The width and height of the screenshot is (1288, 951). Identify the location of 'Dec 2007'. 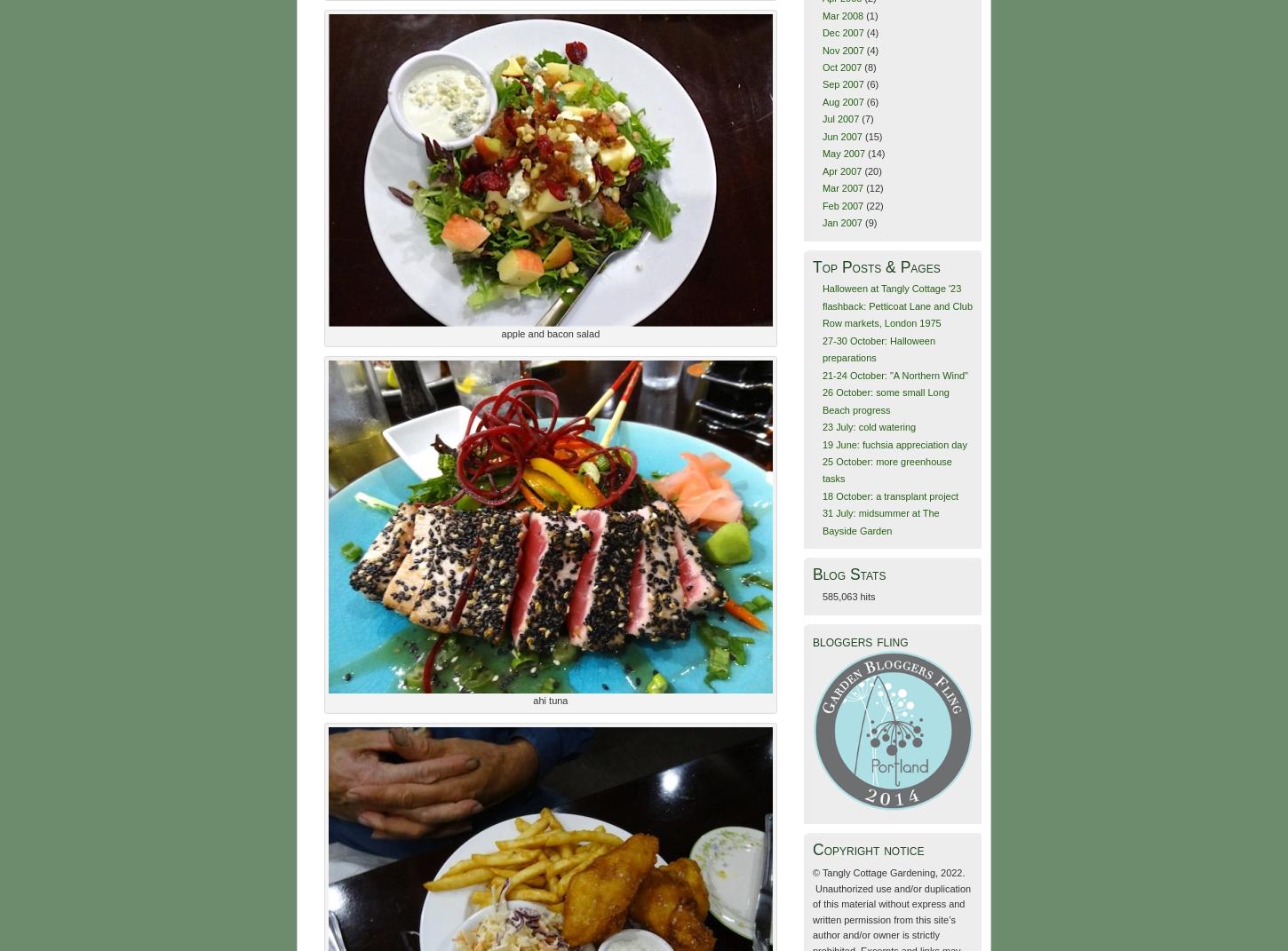
(820, 31).